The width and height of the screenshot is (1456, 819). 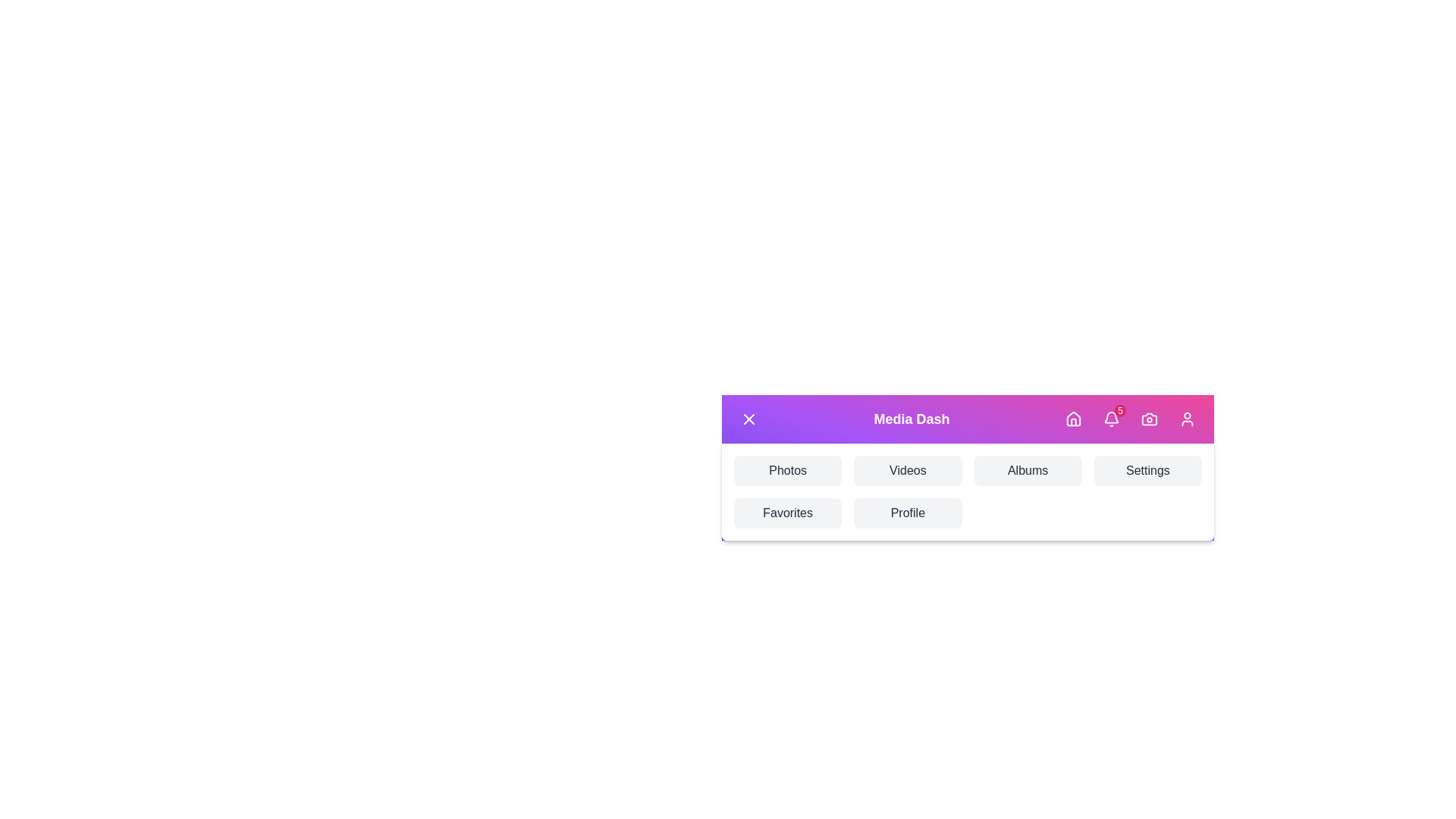 I want to click on the Notifications icon in the VibrantMediaAppBar, so click(x=1111, y=419).